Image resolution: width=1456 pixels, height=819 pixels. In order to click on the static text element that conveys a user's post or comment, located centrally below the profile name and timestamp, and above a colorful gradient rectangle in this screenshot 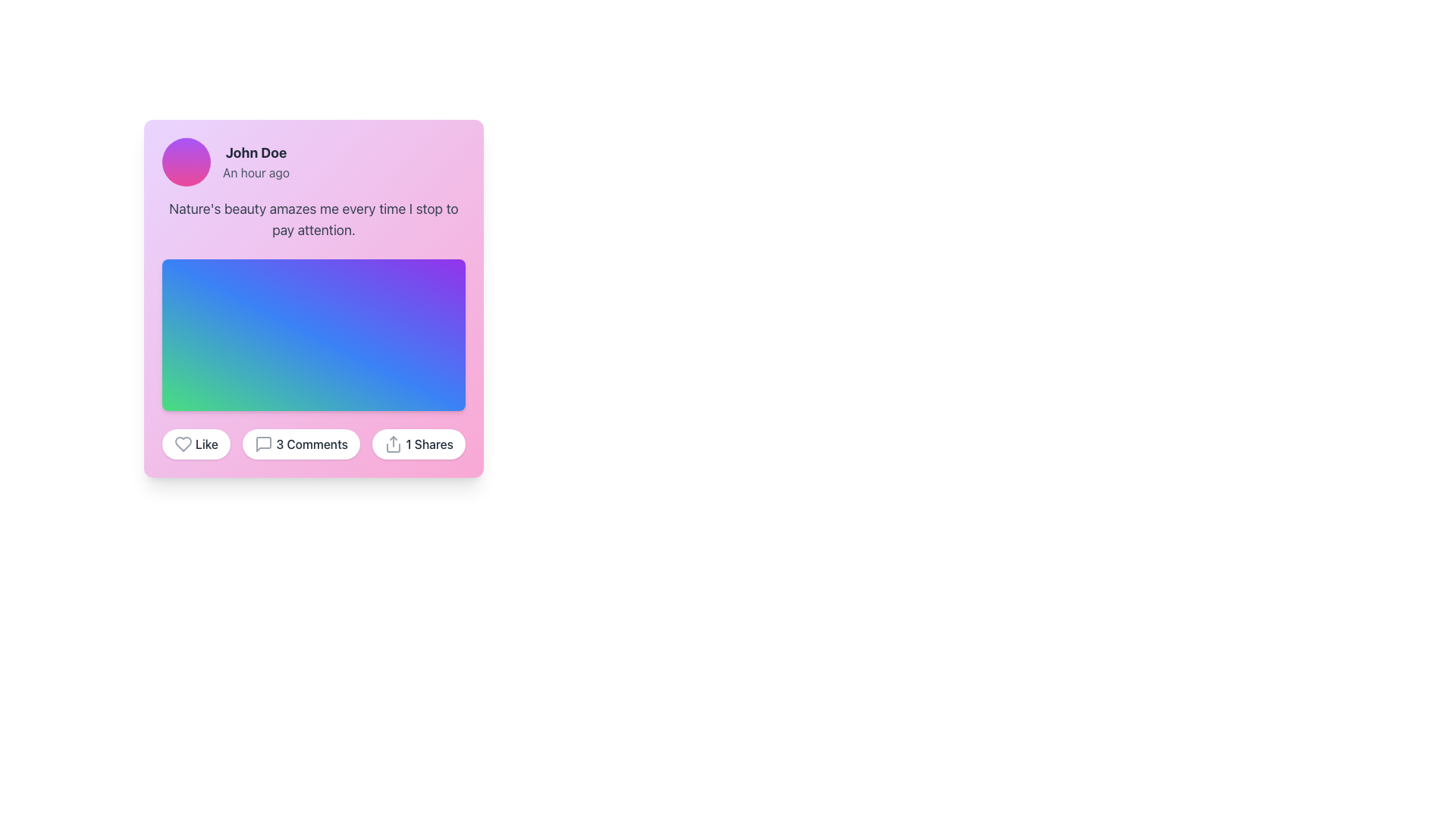, I will do `click(312, 219)`.